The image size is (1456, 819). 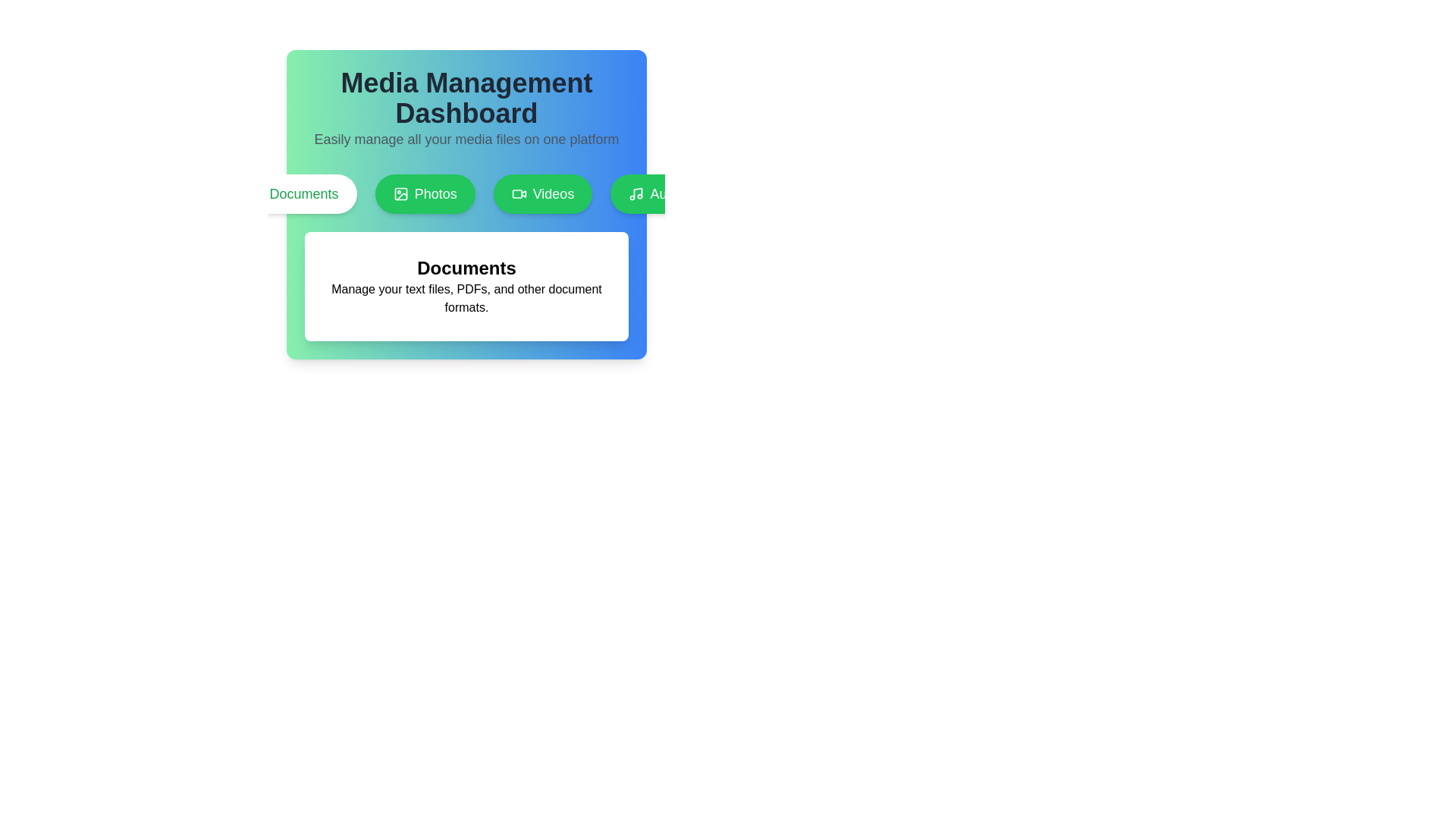 What do you see at coordinates (466, 193) in the screenshot?
I see `the navigation button located between the 'Documents' button and the 'Videos' button` at bounding box center [466, 193].